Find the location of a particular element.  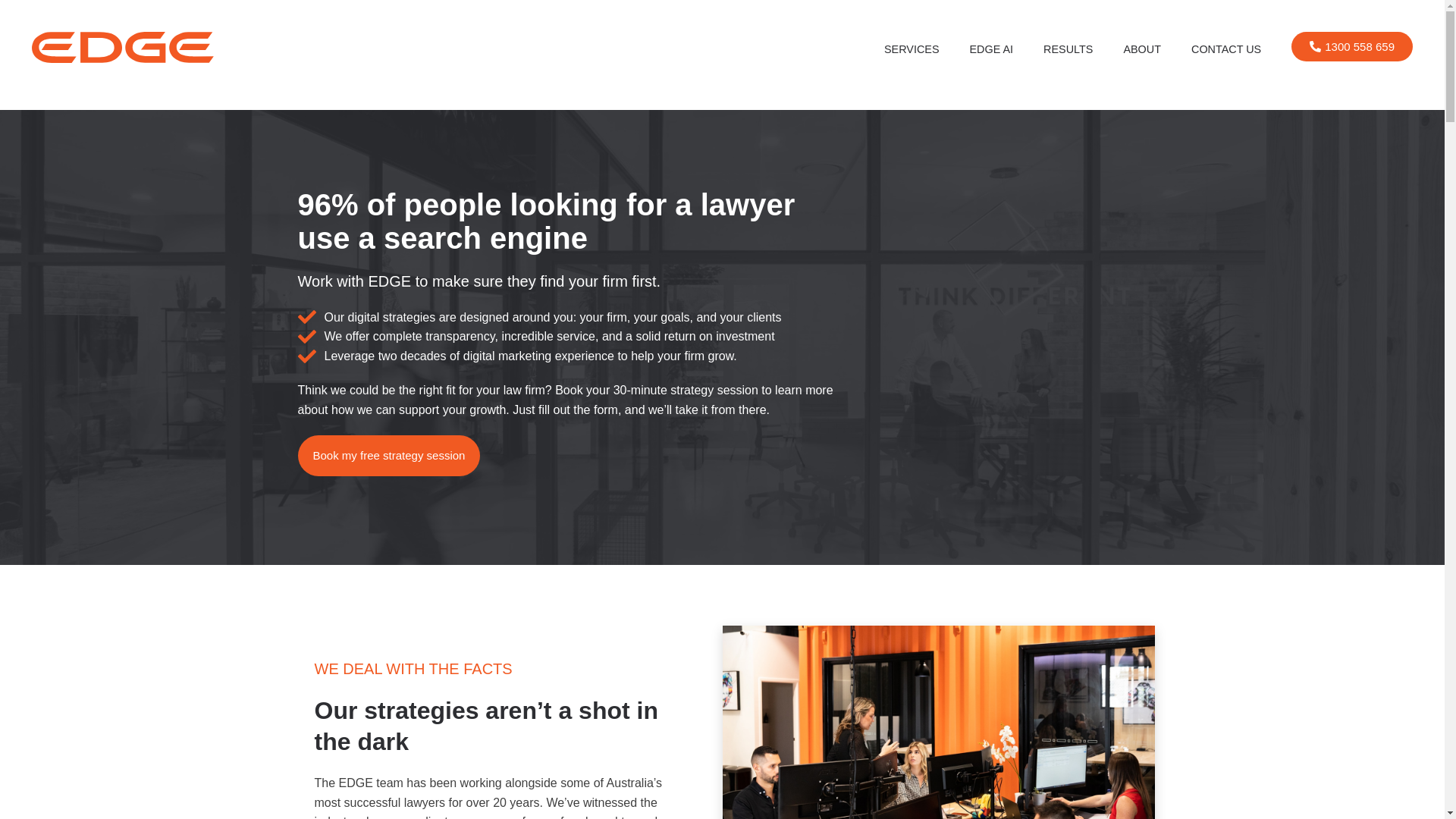

'Book my free strategy session' is located at coordinates (388, 455).